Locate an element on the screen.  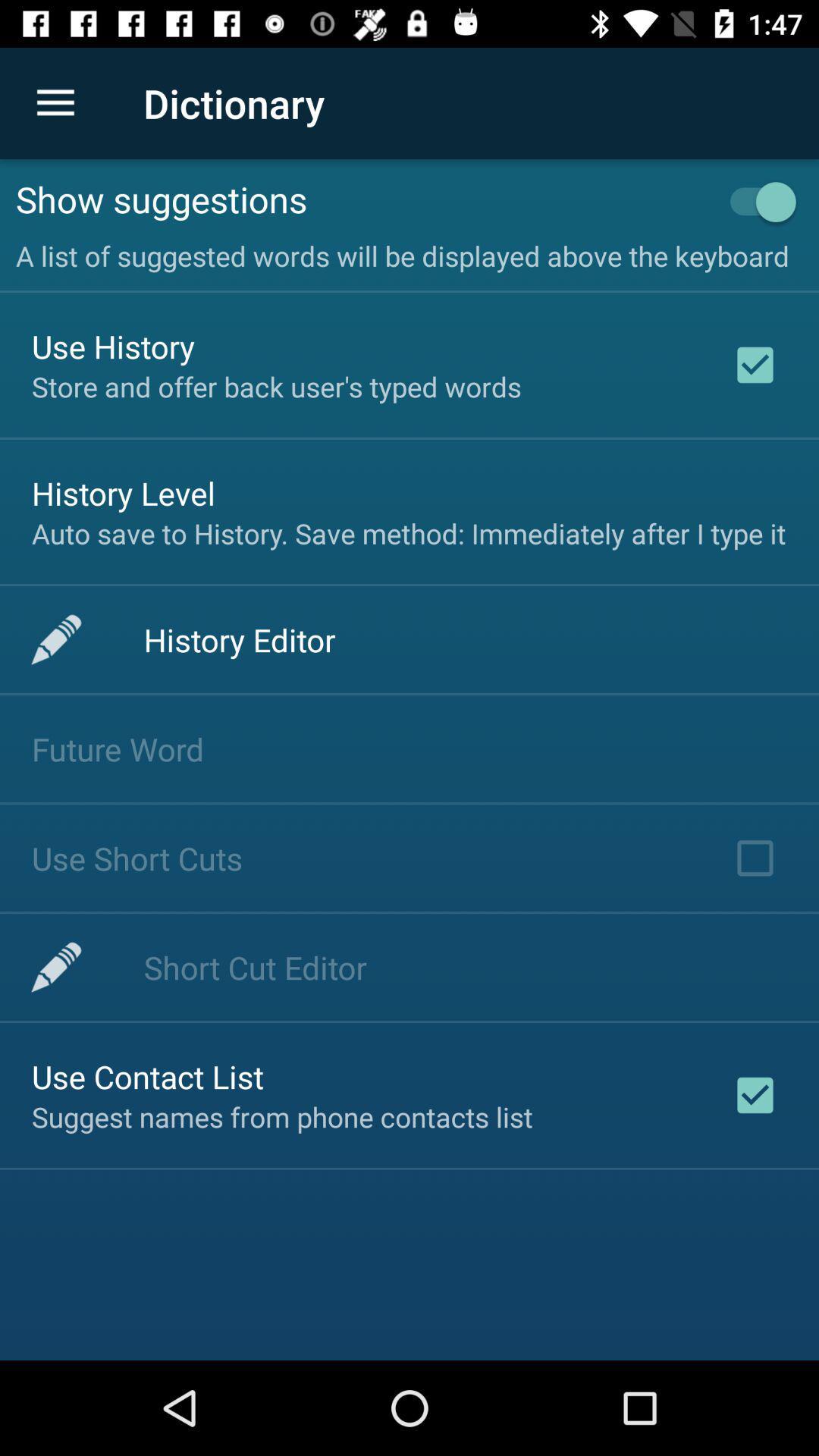
the a list of item is located at coordinates (409, 252).